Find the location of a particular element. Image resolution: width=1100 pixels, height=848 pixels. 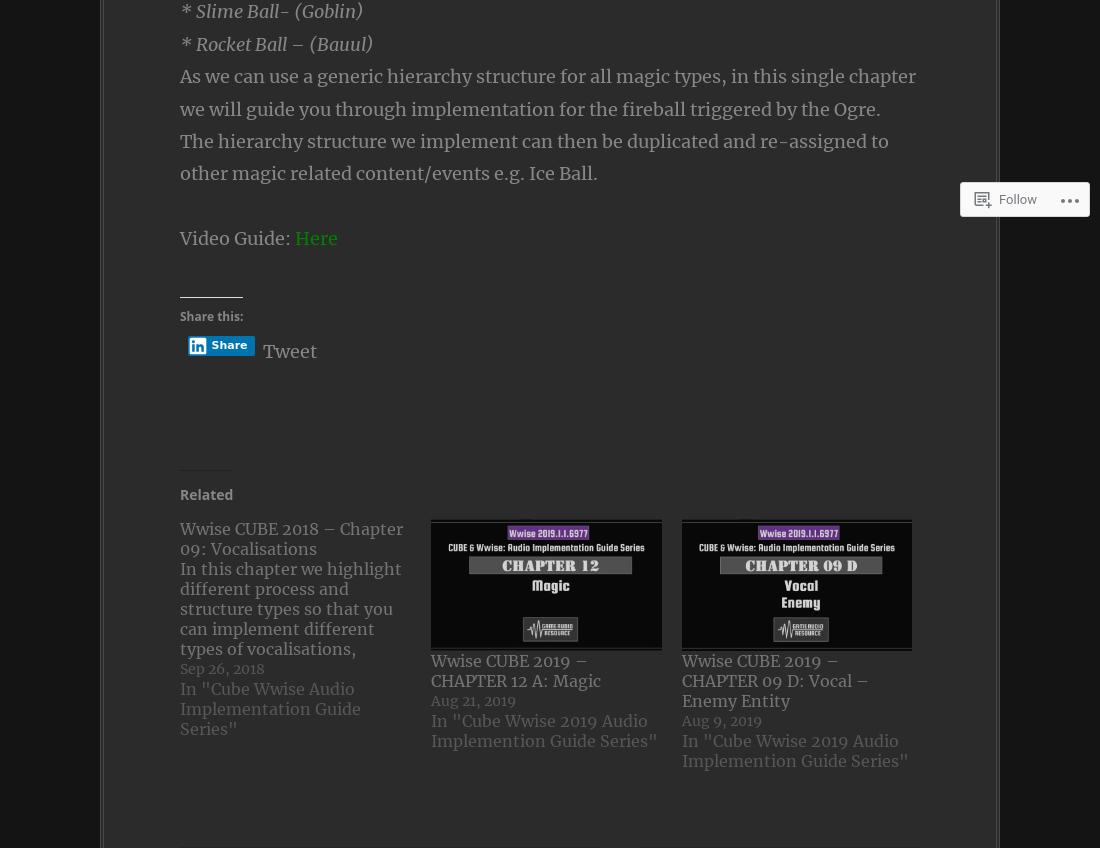

'Follow' is located at coordinates (1017, 123).